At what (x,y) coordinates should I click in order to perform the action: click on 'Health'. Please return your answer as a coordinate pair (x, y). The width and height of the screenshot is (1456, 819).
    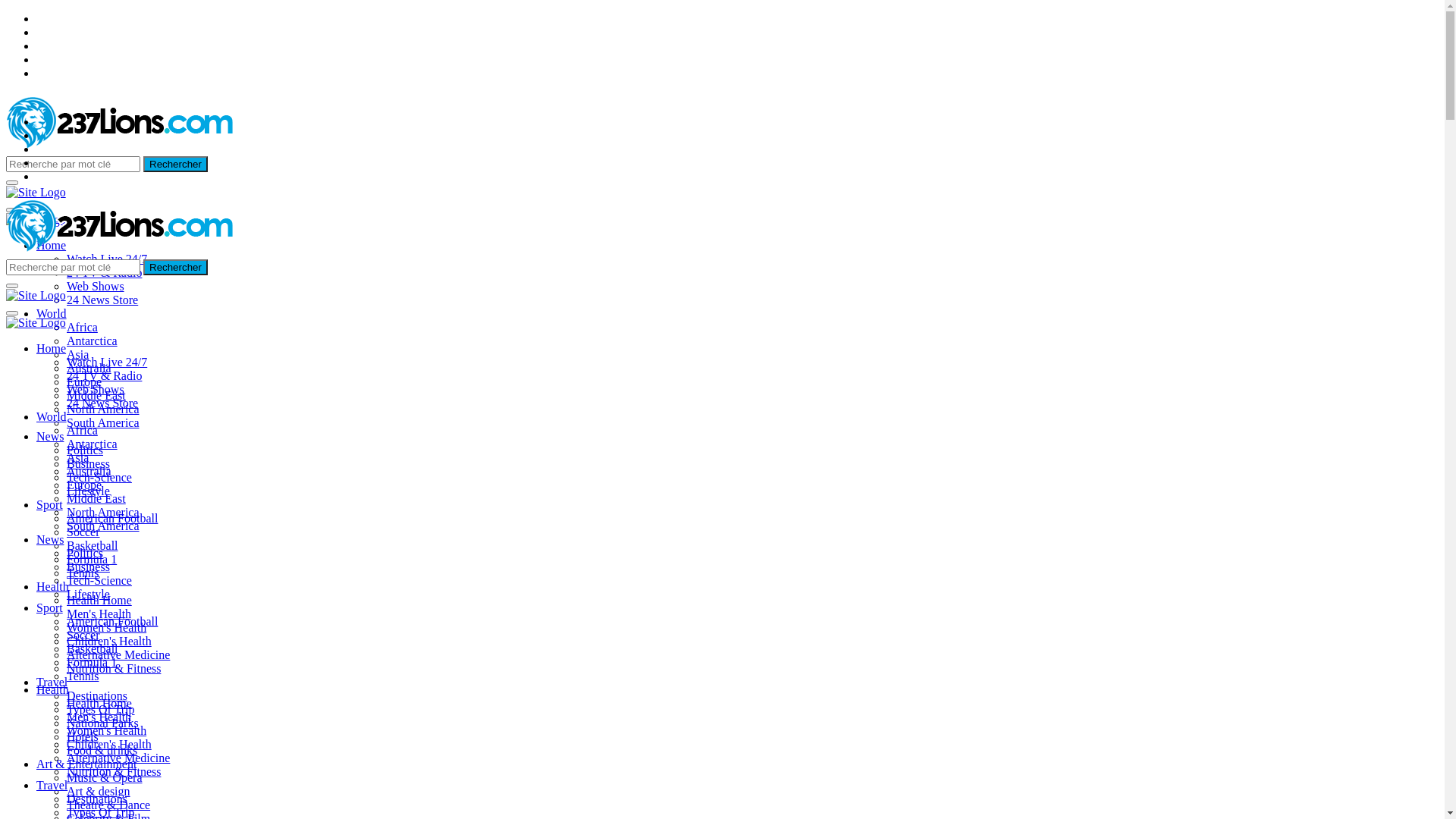
    Looking at the image, I should click on (52, 585).